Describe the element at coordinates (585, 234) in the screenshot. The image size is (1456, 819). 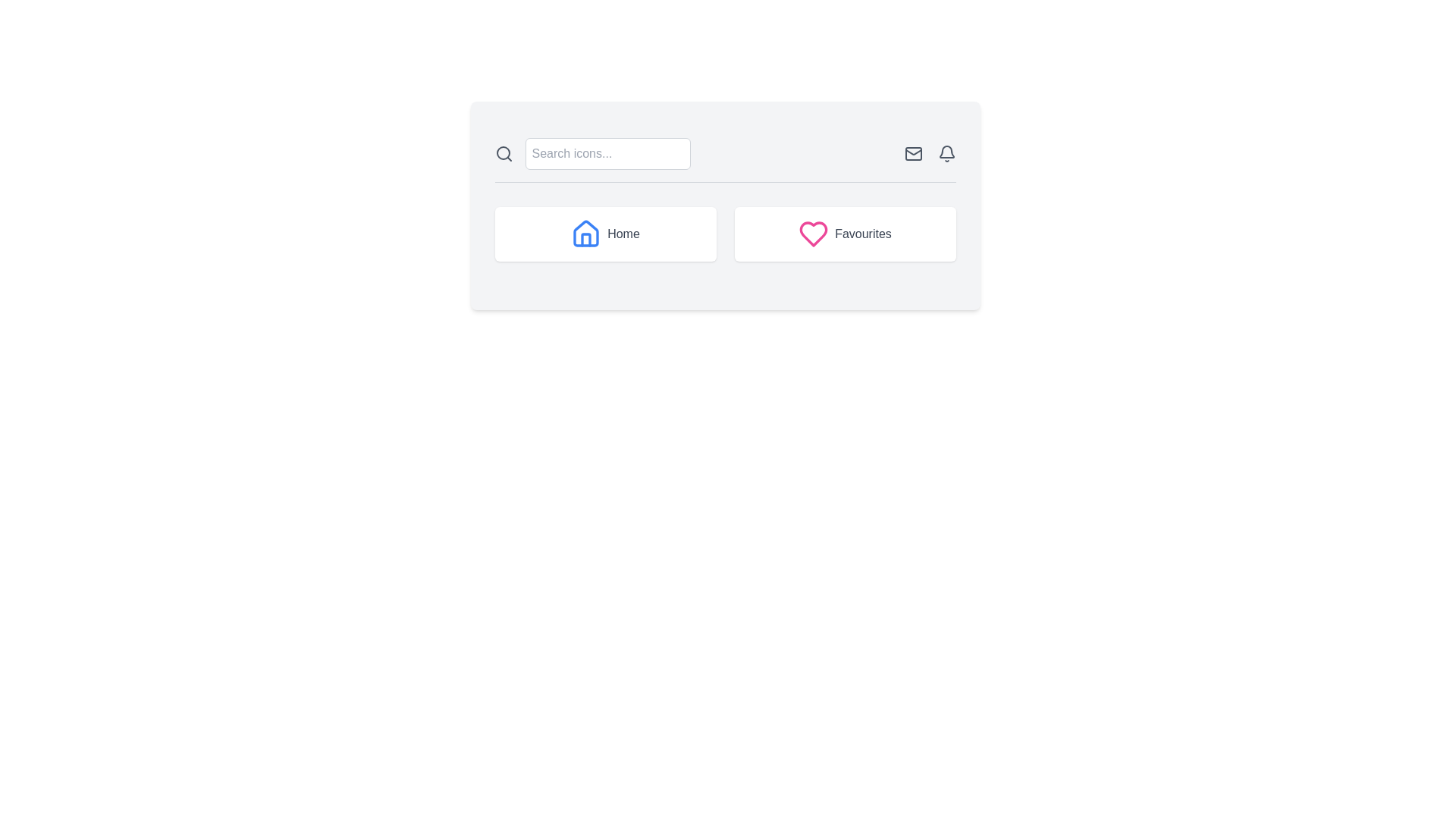
I see `the Home icon located to the left side of the Home button's label, which represents the main page` at that location.